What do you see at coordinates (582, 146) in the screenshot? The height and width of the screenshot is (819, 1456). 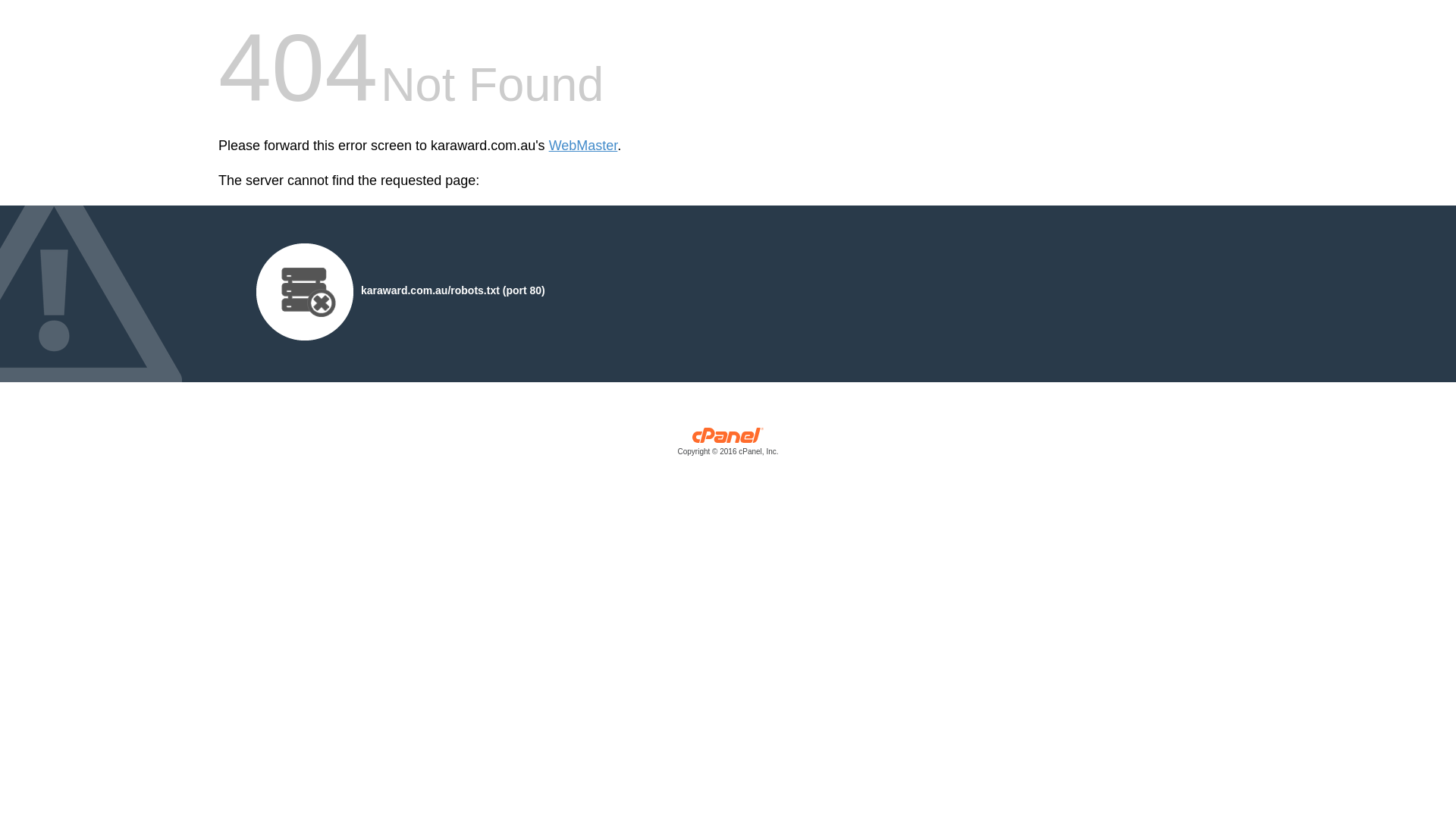 I see `'WebMaster'` at bounding box center [582, 146].